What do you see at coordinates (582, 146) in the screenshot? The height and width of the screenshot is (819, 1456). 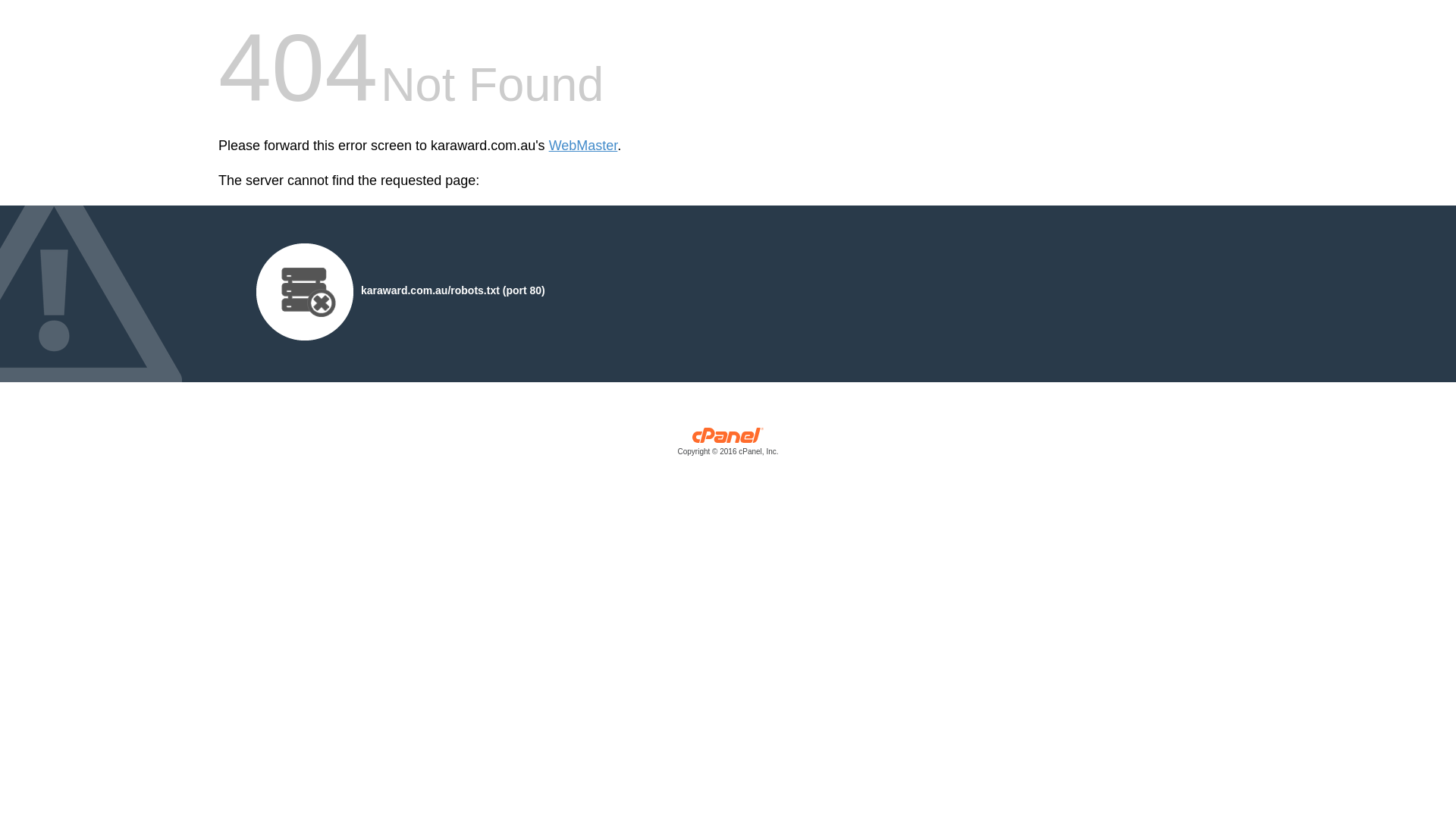 I see `'WebMaster'` at bounding box center [582, 146].